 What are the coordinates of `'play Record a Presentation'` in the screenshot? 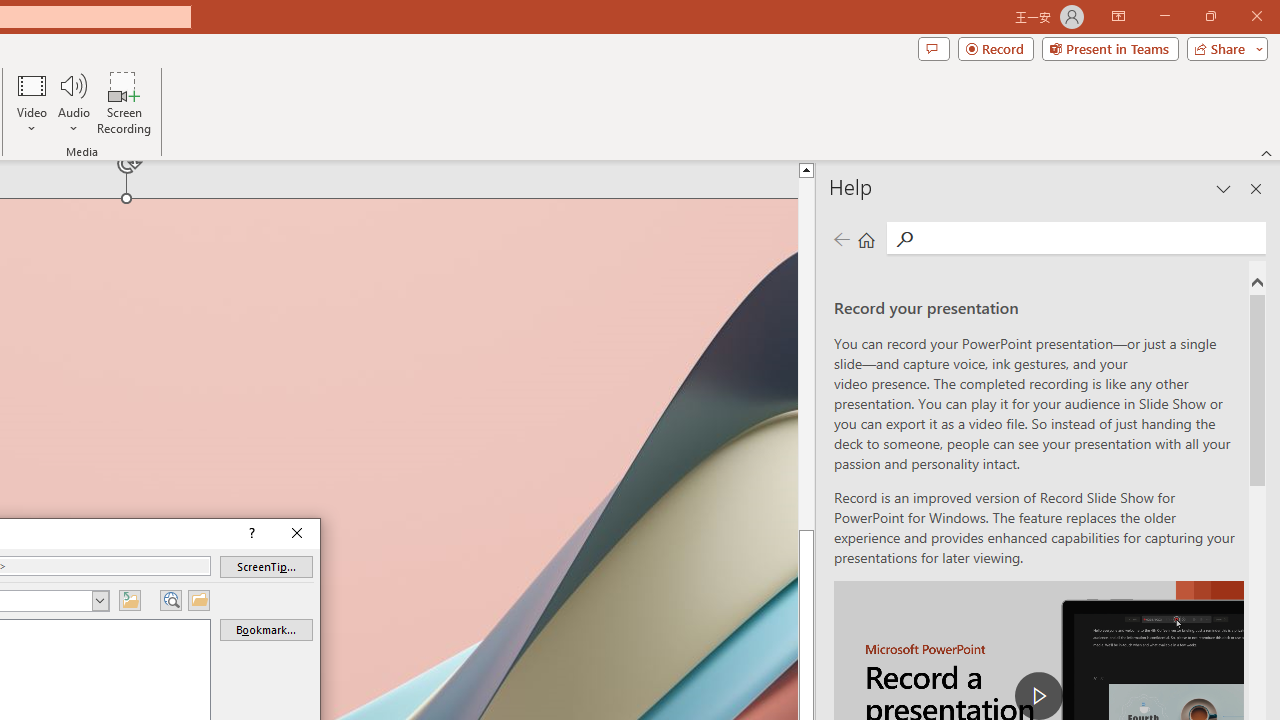 It's located at (1038, 694).